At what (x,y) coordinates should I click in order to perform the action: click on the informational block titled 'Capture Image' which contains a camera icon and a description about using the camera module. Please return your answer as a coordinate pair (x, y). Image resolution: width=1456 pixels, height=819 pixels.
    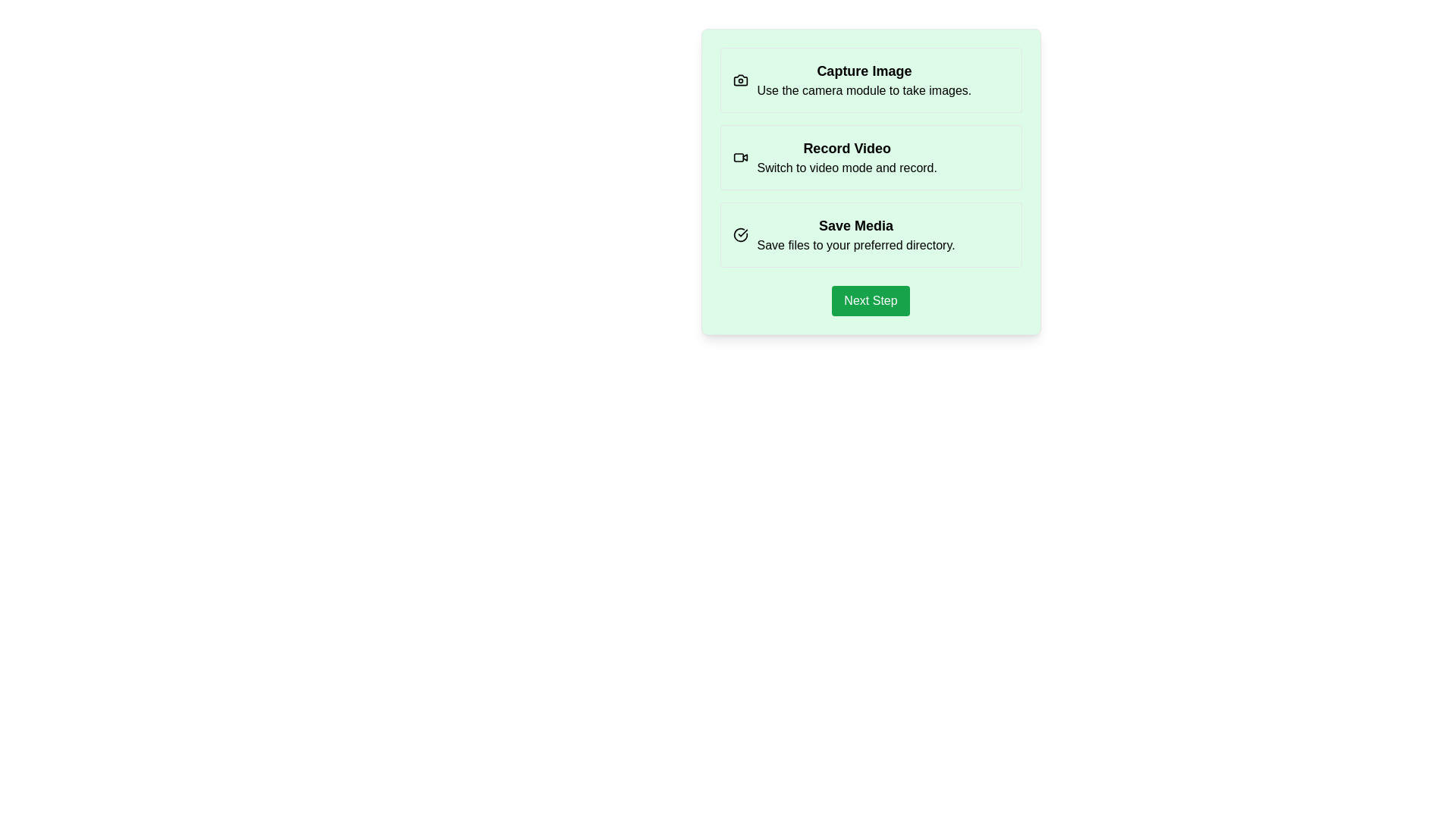
    Looking at the image, I should click on (871, 80).